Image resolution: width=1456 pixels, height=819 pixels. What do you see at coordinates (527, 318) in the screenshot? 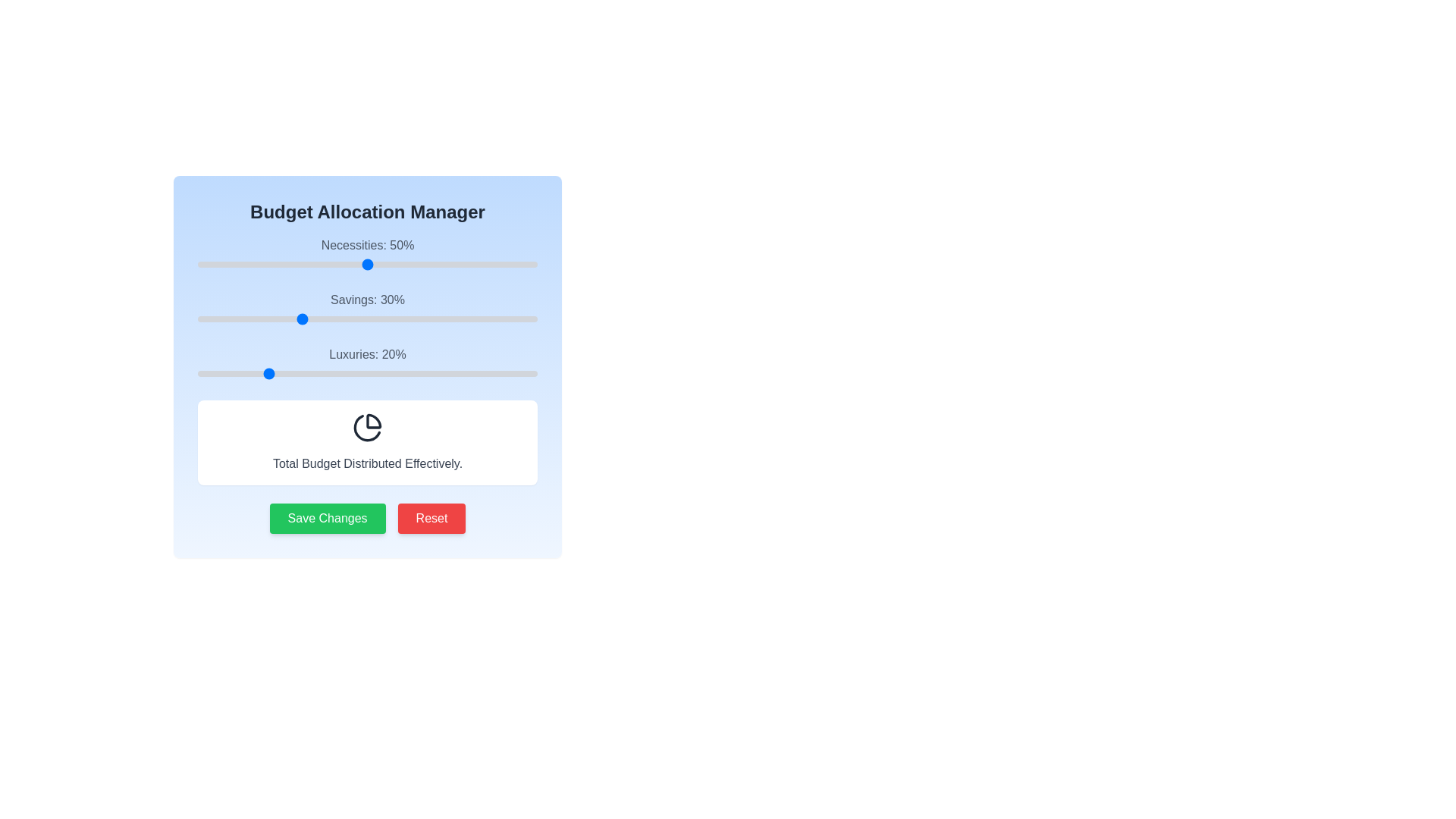
I see `savings percentage` at bounding box center [527, 318].